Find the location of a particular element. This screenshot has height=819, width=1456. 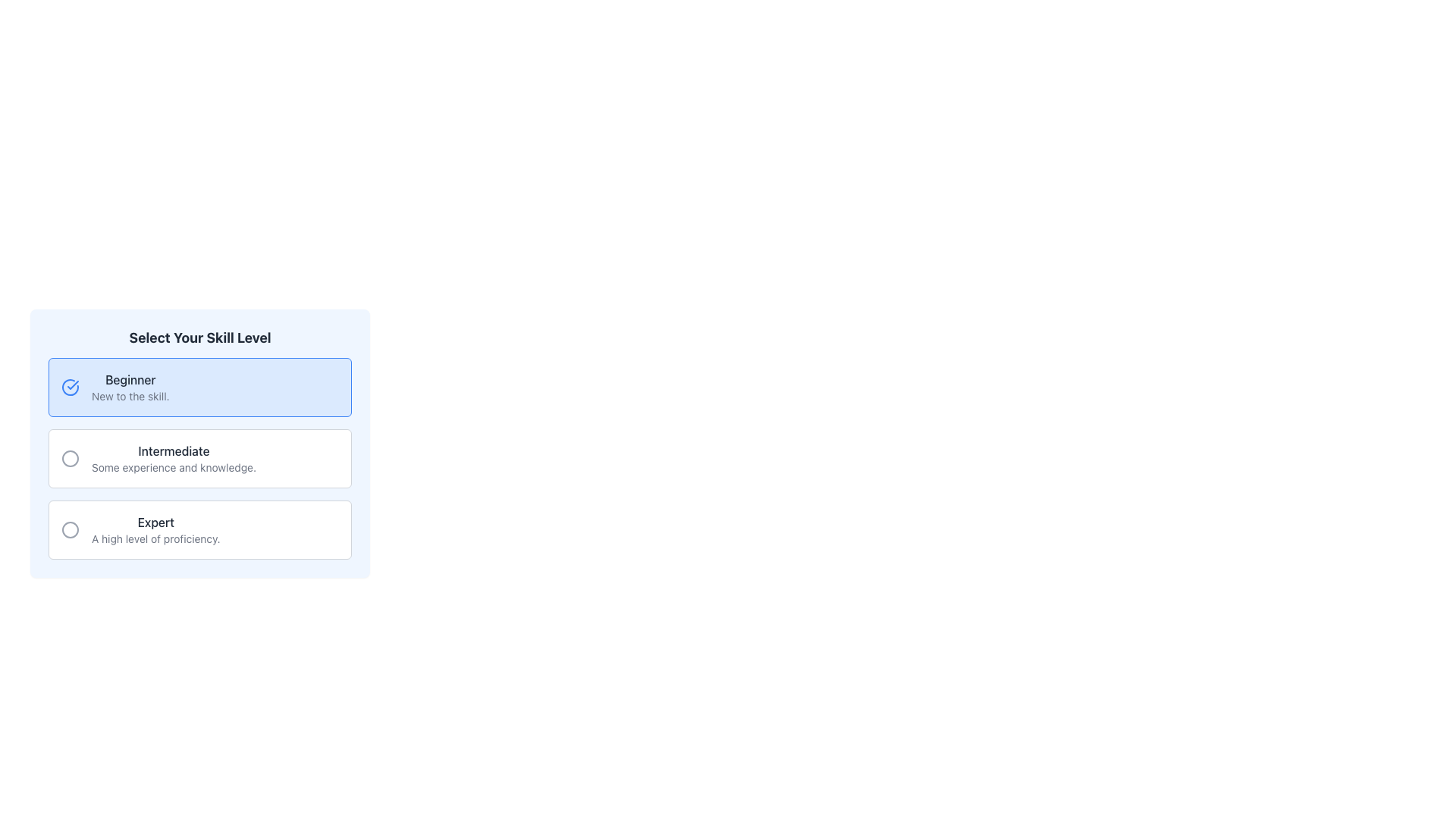

the empty circular radio button located to the left of the 'Expert' text in the skill selection section is located at coordinates (69, 529).